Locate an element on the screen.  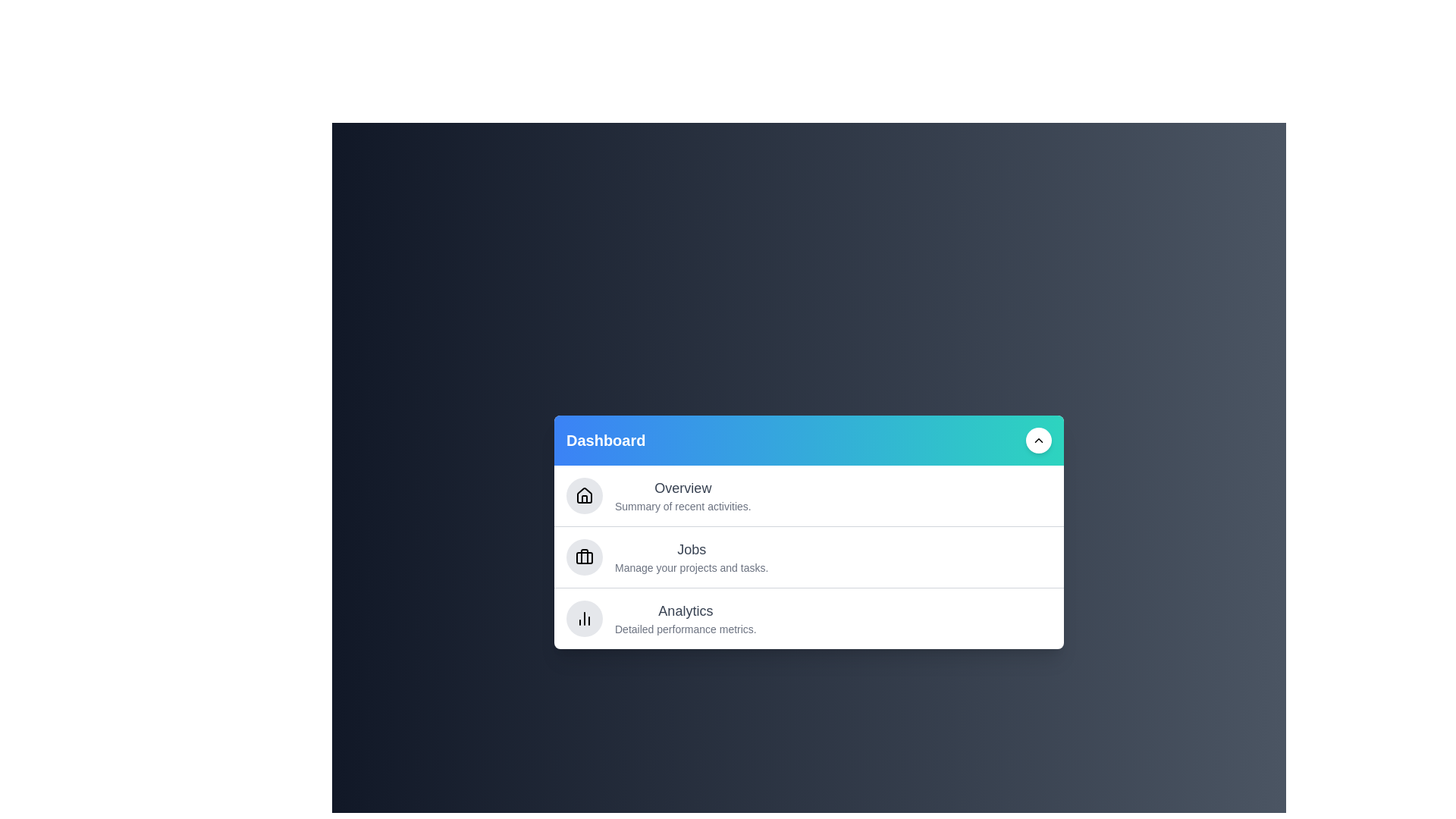
the section Overview in the dashboard is located at coordinates (808, 496).